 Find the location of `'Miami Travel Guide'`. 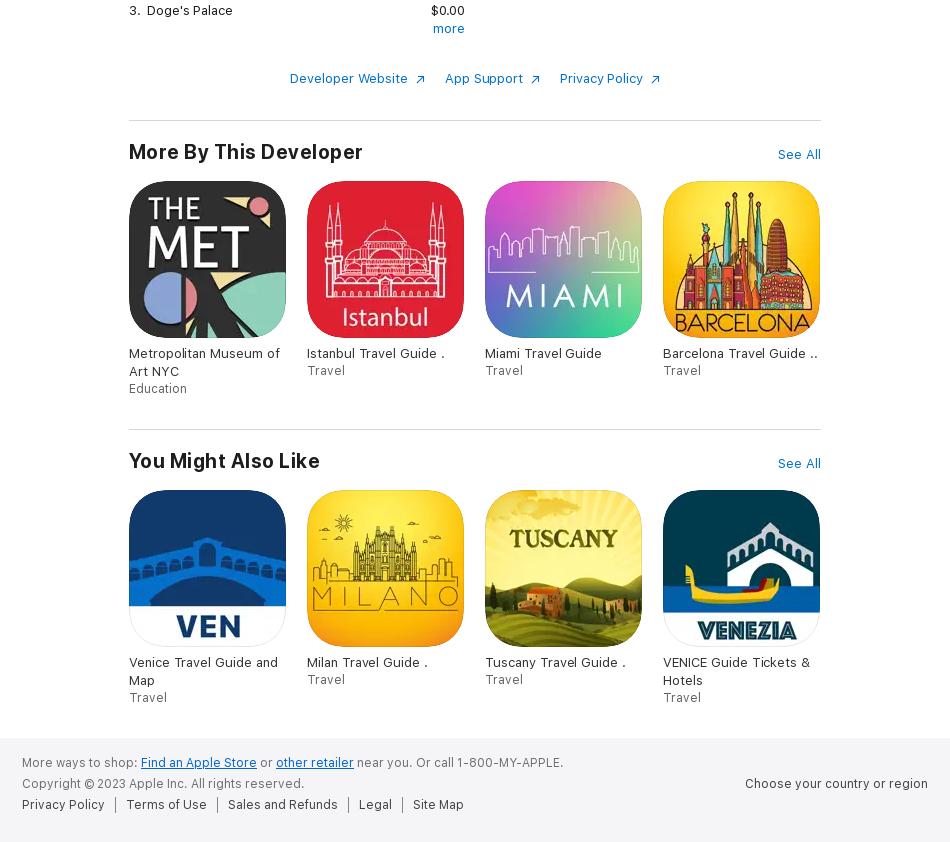

'Miami Travel Guide' is located at coordinates (543, 352).